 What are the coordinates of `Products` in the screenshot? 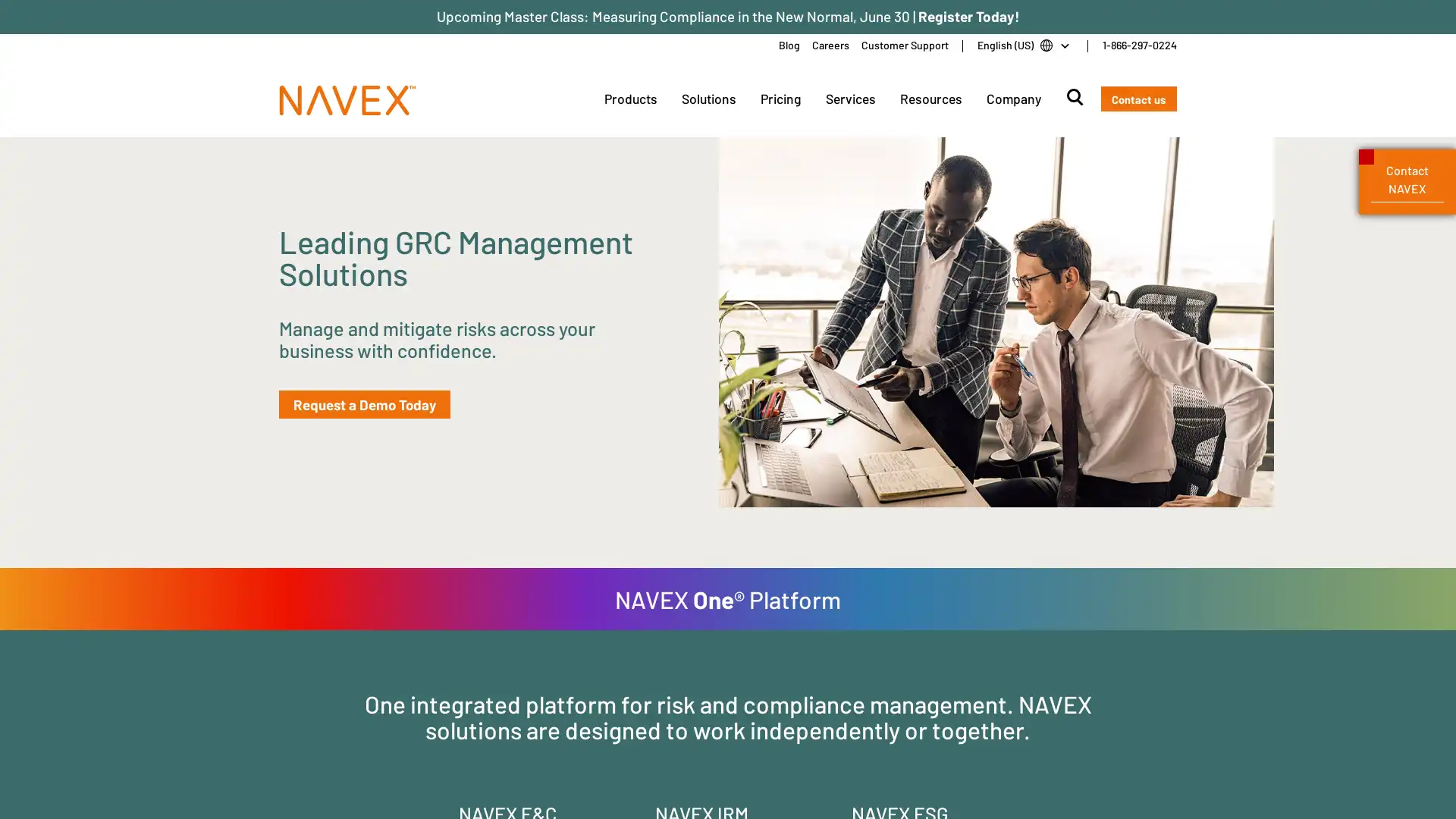 It's located at (629, 99).